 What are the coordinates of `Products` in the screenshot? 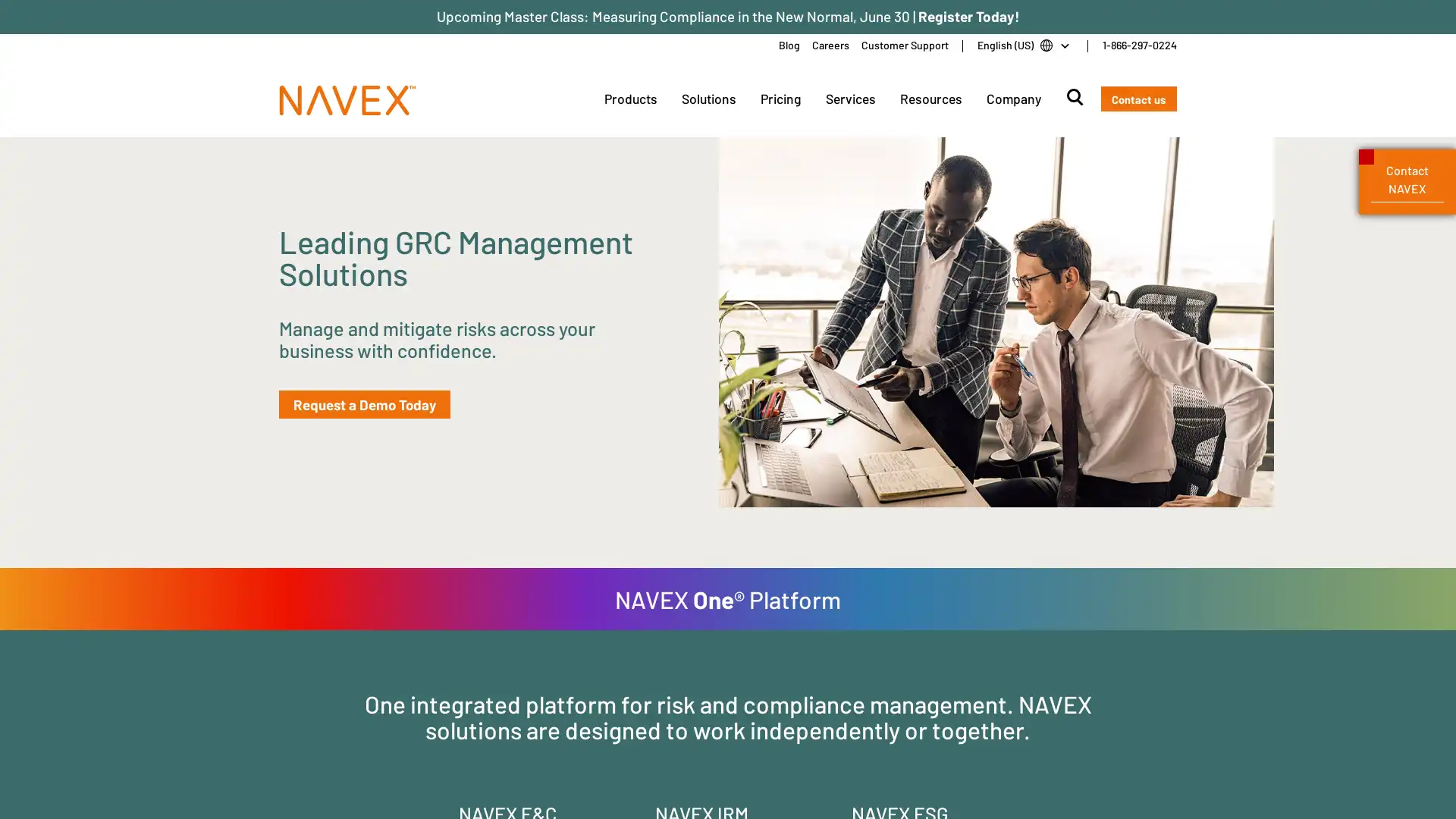 It's located at (629, 99).